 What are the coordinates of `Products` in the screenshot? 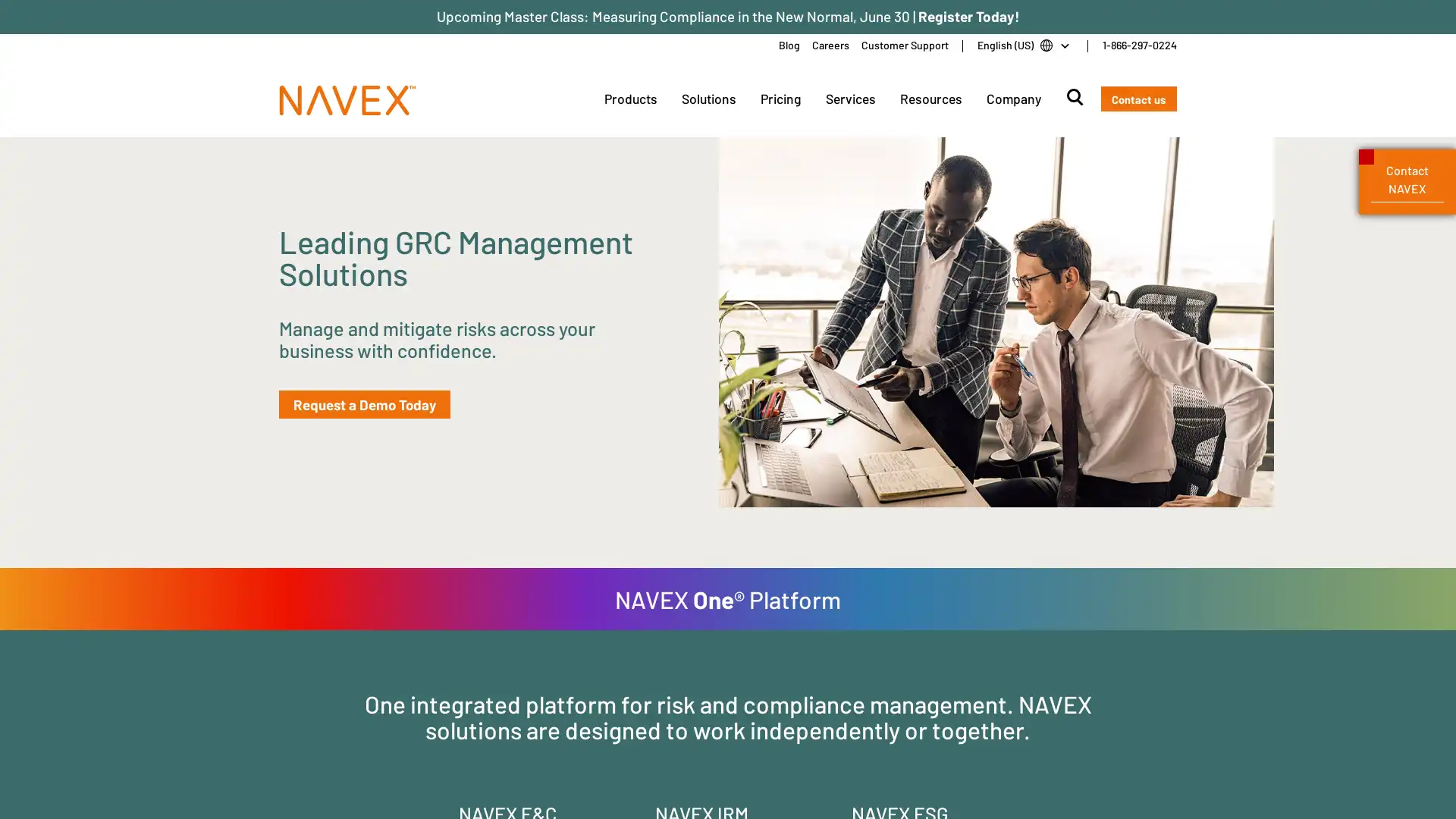 It's located at (629, 99).